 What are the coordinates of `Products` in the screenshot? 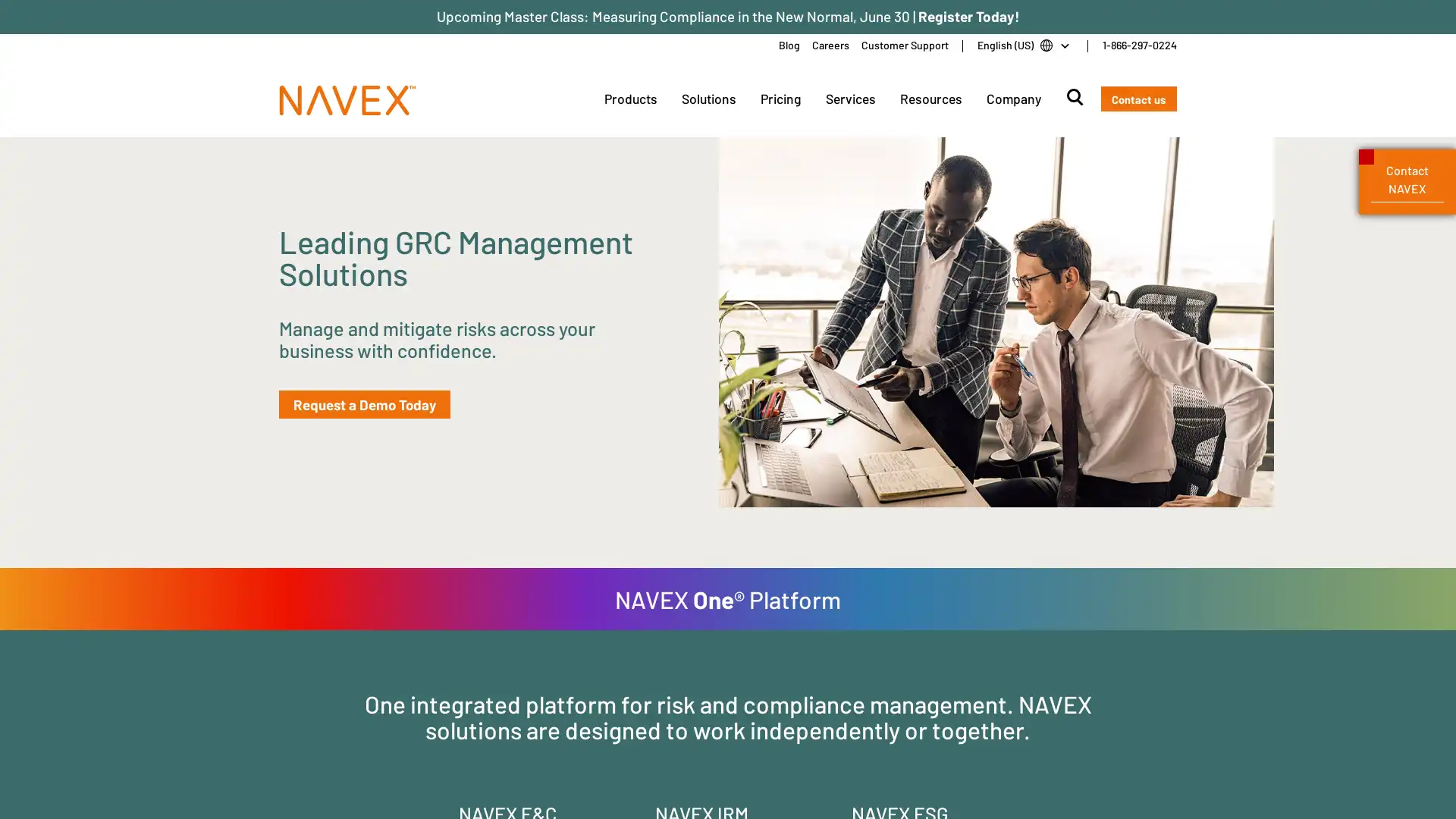 It's located at (629, 99).